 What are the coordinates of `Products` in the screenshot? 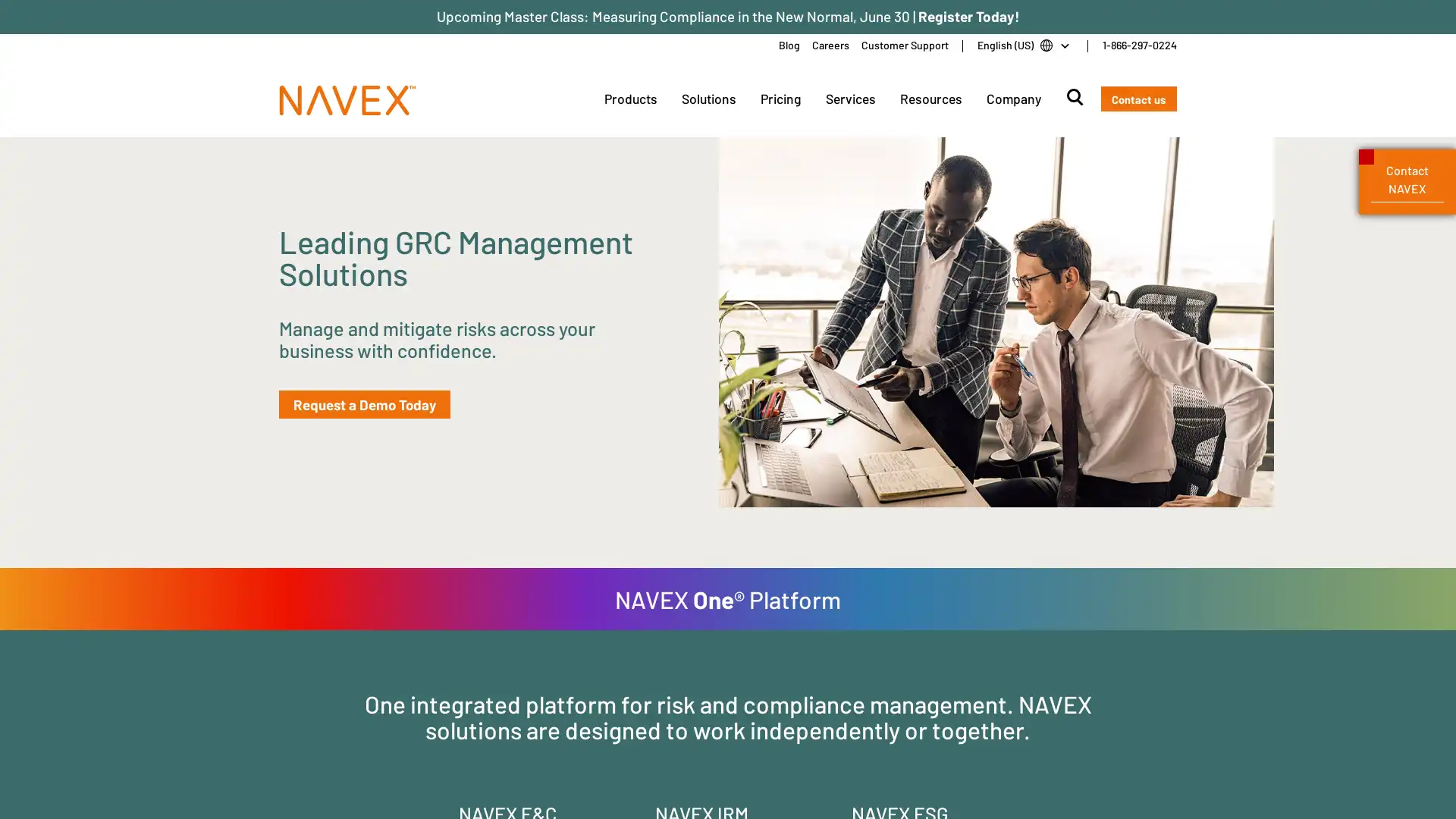 It's located at (629, 99).